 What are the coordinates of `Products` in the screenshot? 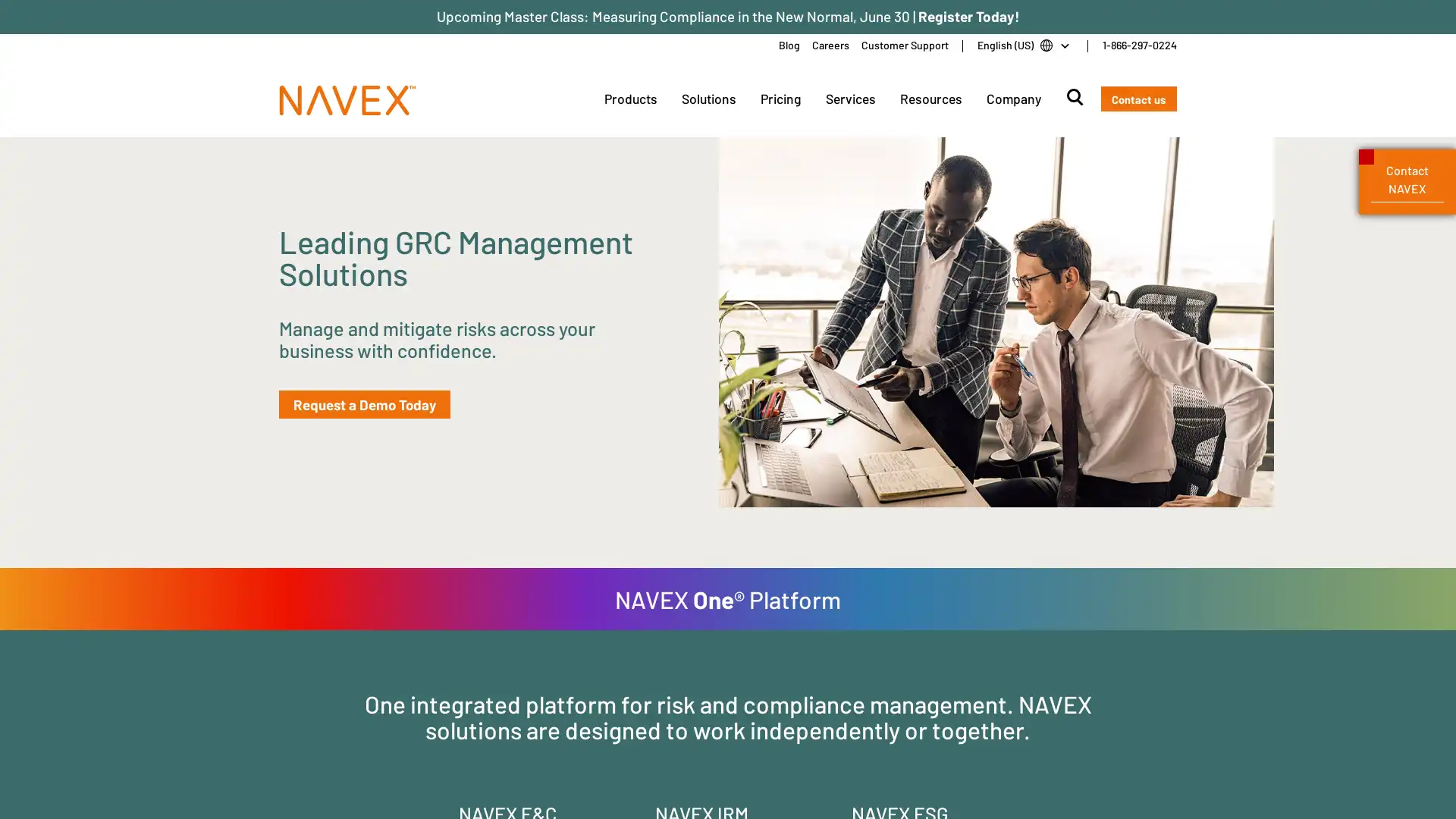 It's located at (629, 99).